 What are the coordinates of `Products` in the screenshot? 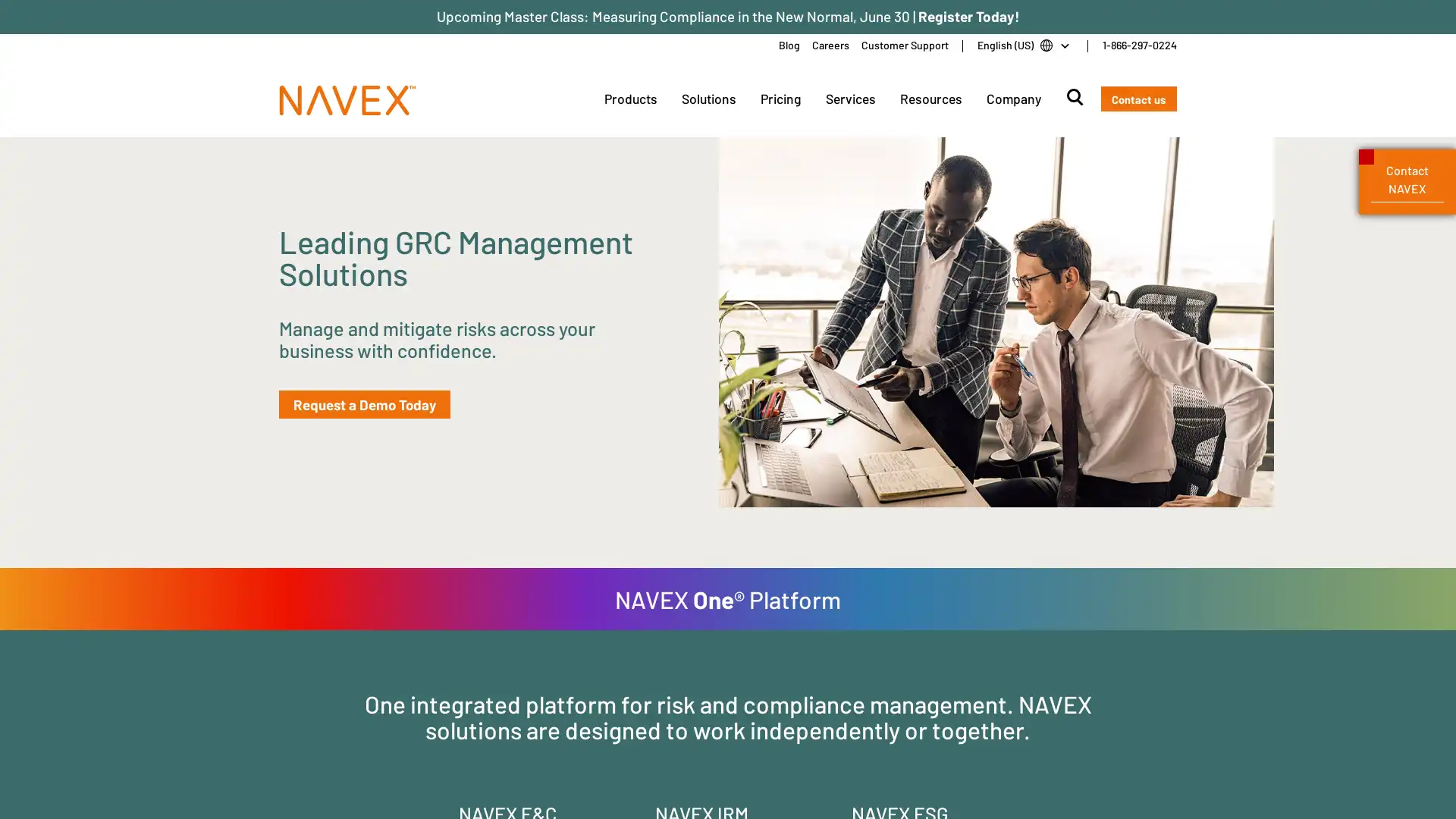 It's located at (629, 99).